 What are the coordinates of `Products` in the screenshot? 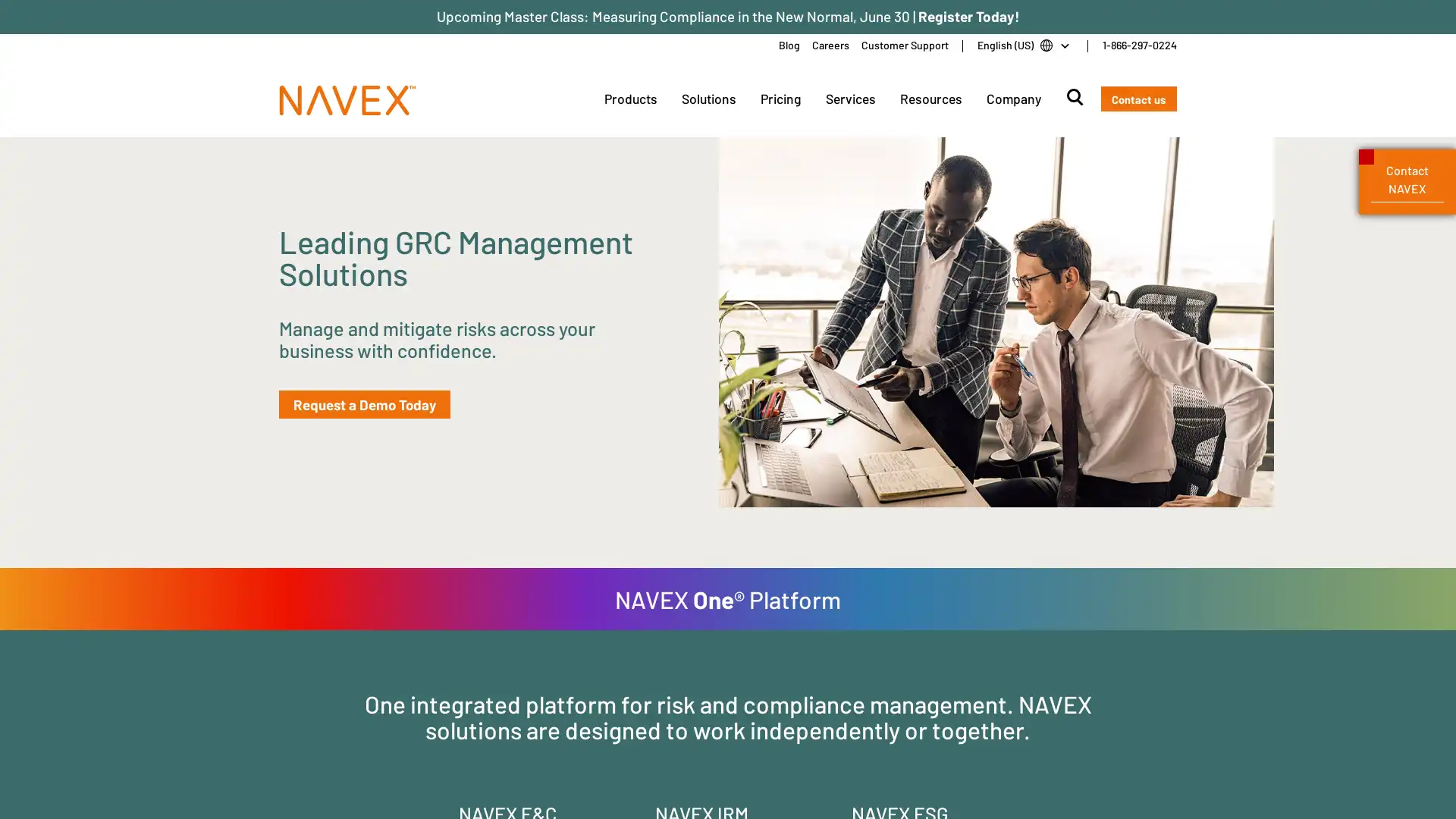 It's located at (629, 99).